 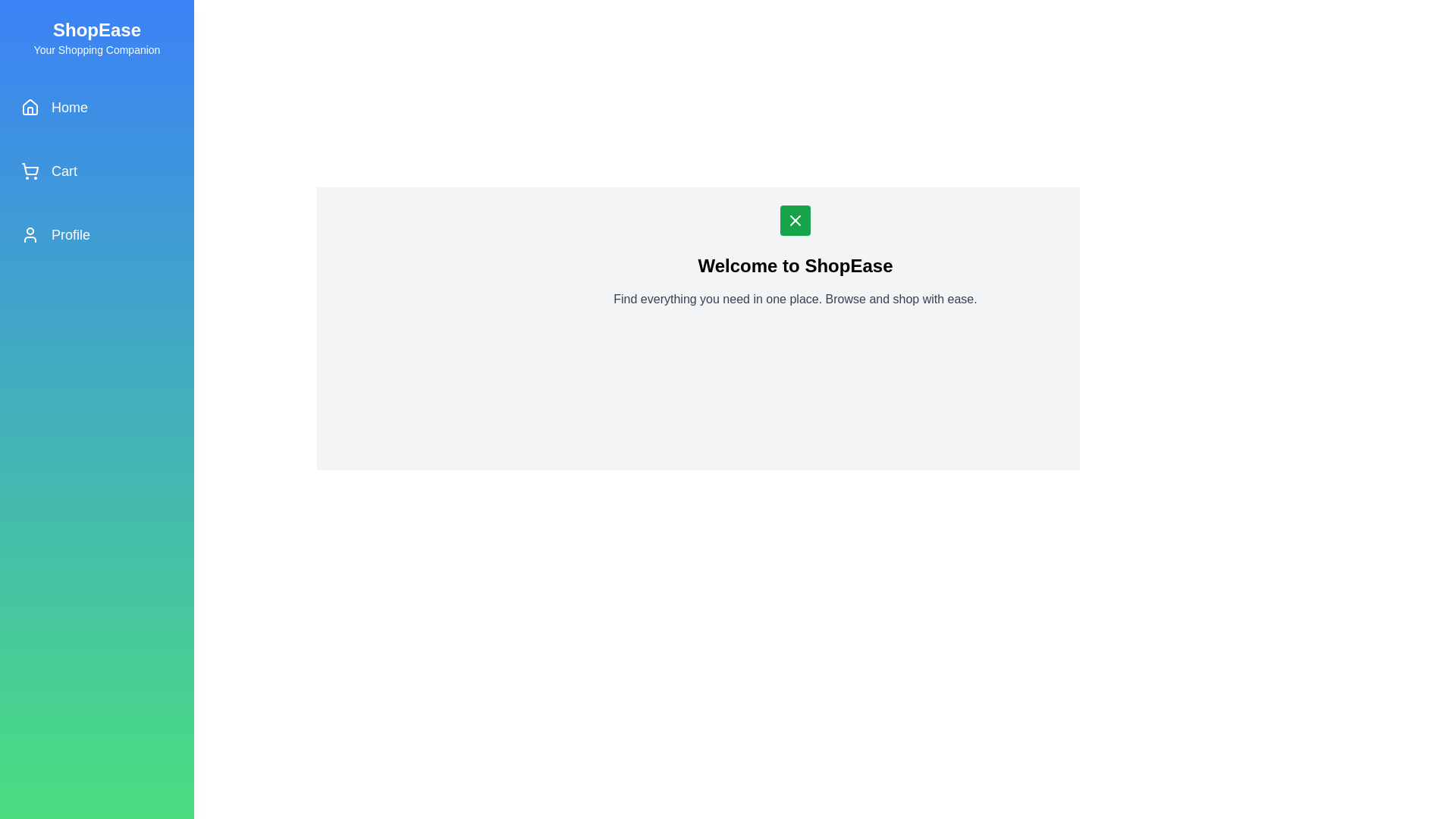 I want to click on prominent text block displaying 'Welcome to ShopEase', which is centrally positioned on the page and styled in bold with a larger text size for context understanding, so click(x=795, y=265).